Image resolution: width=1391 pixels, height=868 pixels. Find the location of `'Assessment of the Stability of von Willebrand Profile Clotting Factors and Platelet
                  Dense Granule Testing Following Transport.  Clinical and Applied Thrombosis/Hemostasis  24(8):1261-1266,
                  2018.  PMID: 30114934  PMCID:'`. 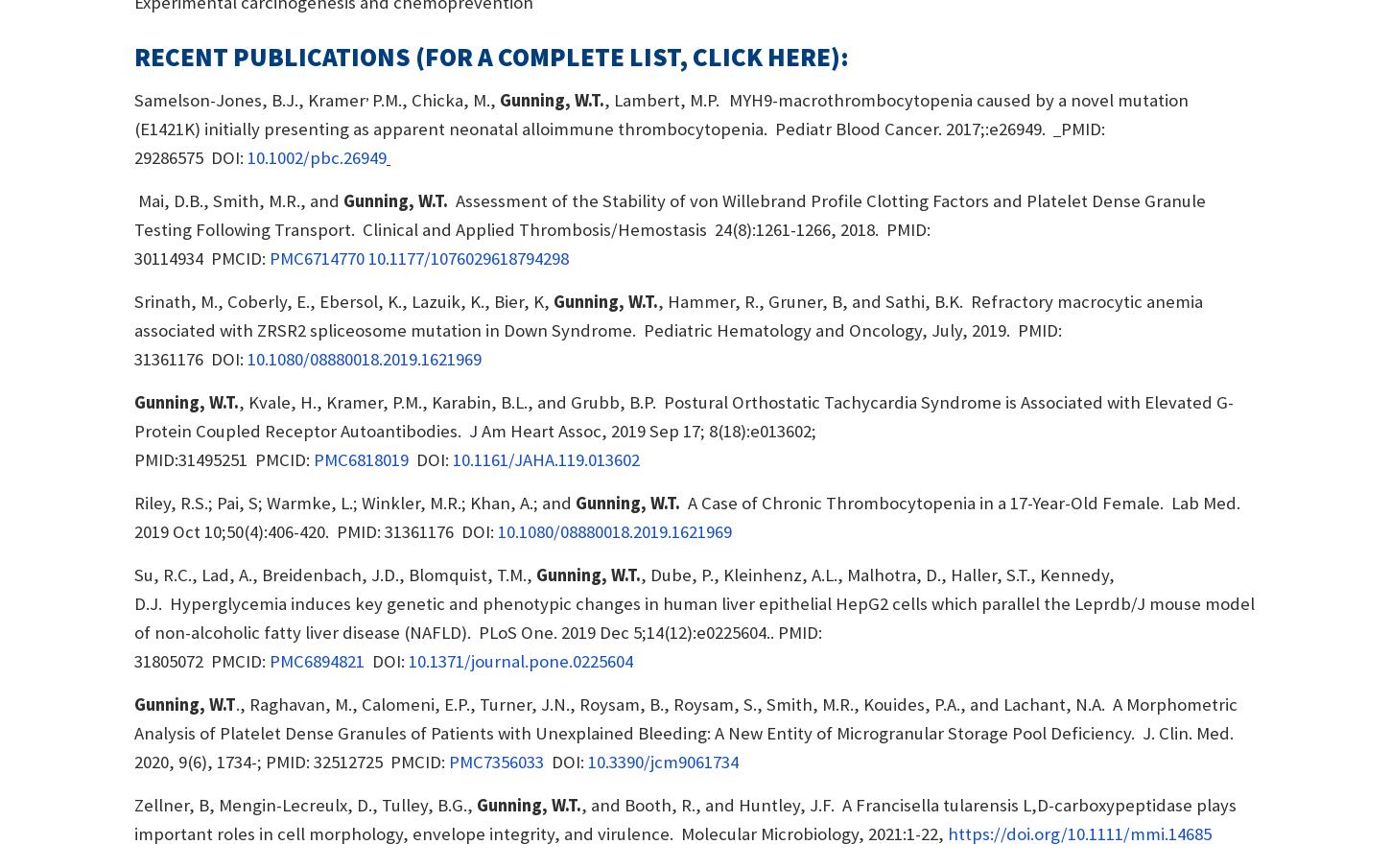

'Assessment of the Stability of von Willebrand Profile Clotting Factors and Platelet
                  Dense Granule Testing Following Transport.  Clinical and Applied Thrombosis/Hemostasis  24(8):1261-1266,
                  2018.  PMID: 30114934  PMCID:' is located at coordinates (669, 228).